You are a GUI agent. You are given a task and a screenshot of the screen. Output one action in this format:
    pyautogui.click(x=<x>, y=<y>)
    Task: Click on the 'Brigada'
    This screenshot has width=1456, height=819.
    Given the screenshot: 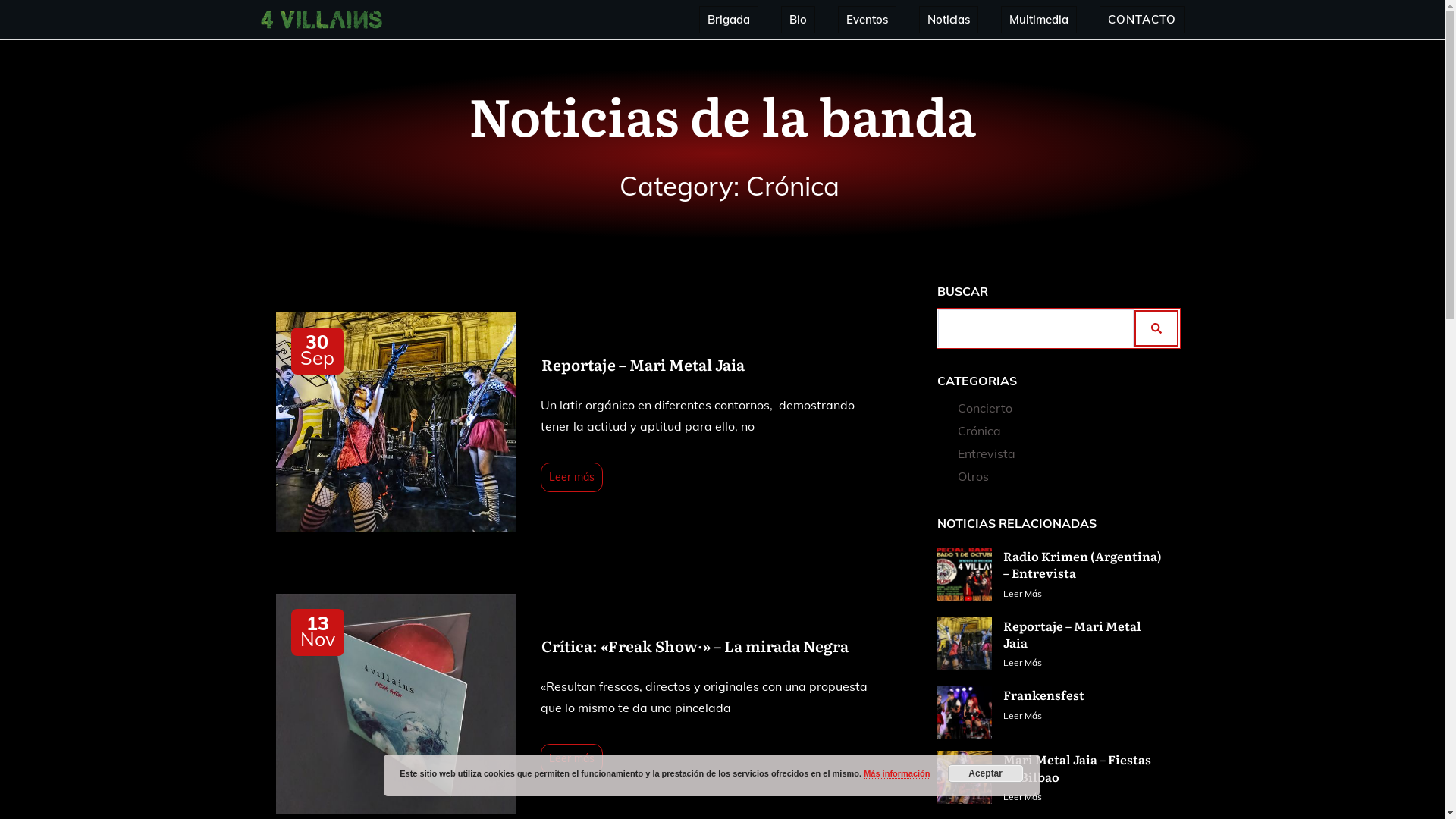 What is the action you would take?
    pyautogui.click(x=728, y=20)
    